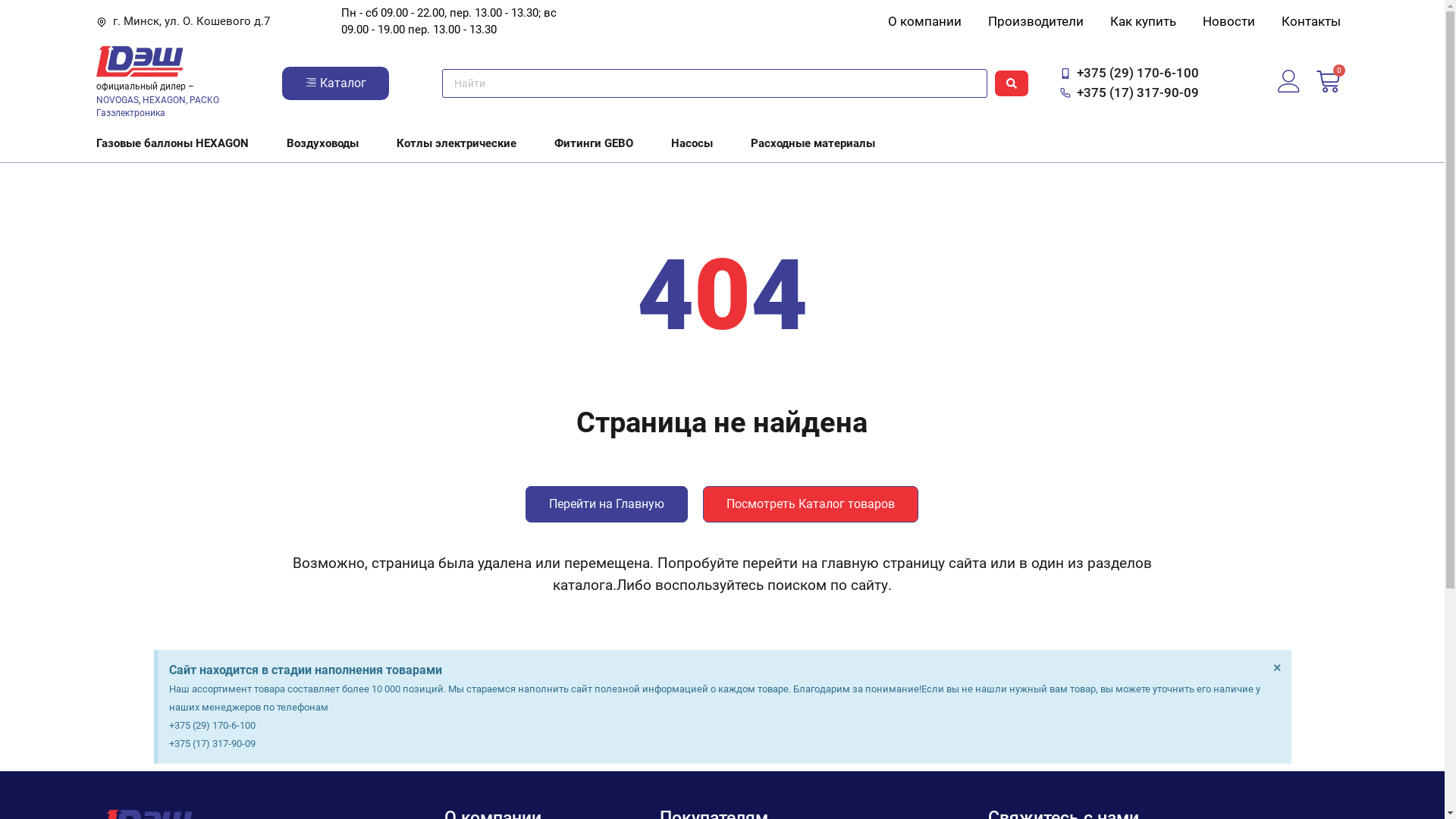  I want to click on 'HEXAGON,', so click(165, 99).